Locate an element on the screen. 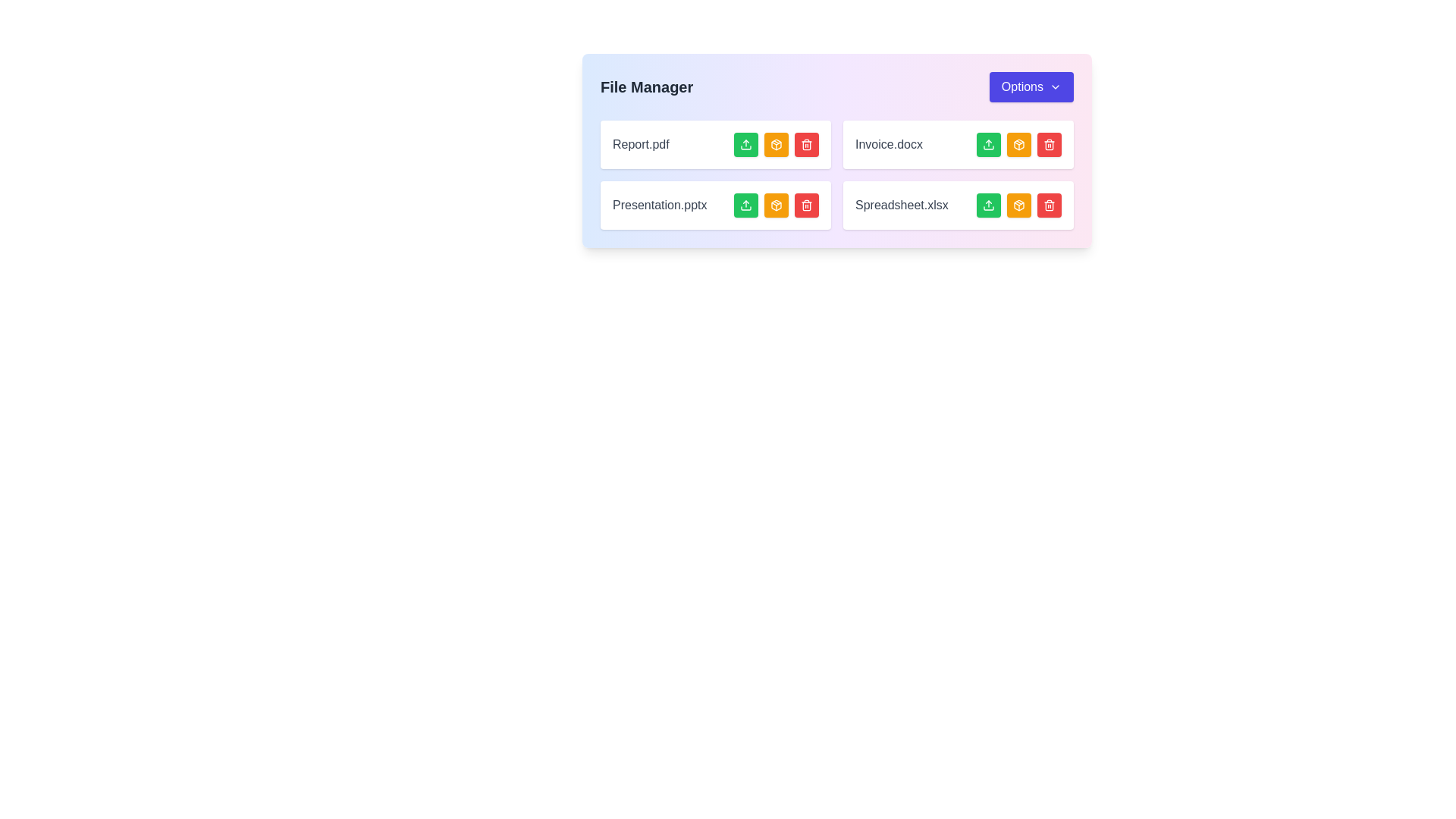  the icon button resembling a package, which is the second button in the row of action buttons for the file 'Invoice.docx' is located at coordinates (1019, 145).